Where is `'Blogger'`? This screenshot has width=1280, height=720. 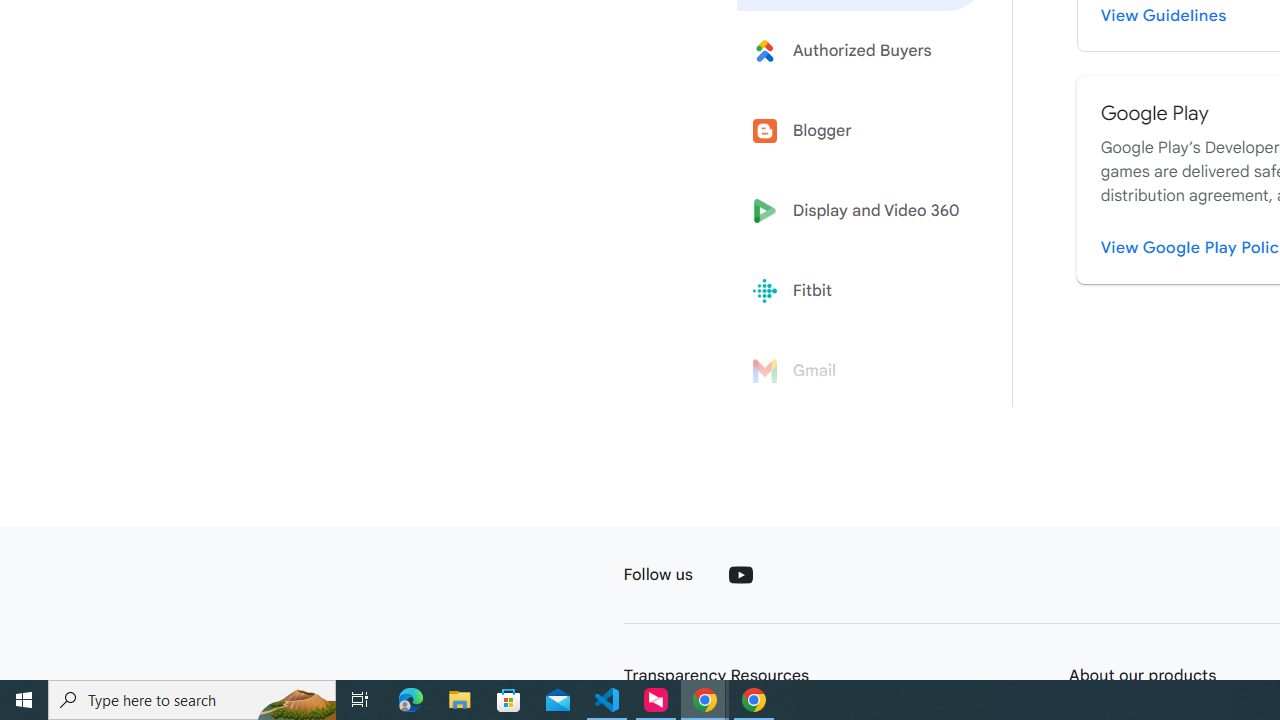
'Blogger' is located at coordinates (862, 131).